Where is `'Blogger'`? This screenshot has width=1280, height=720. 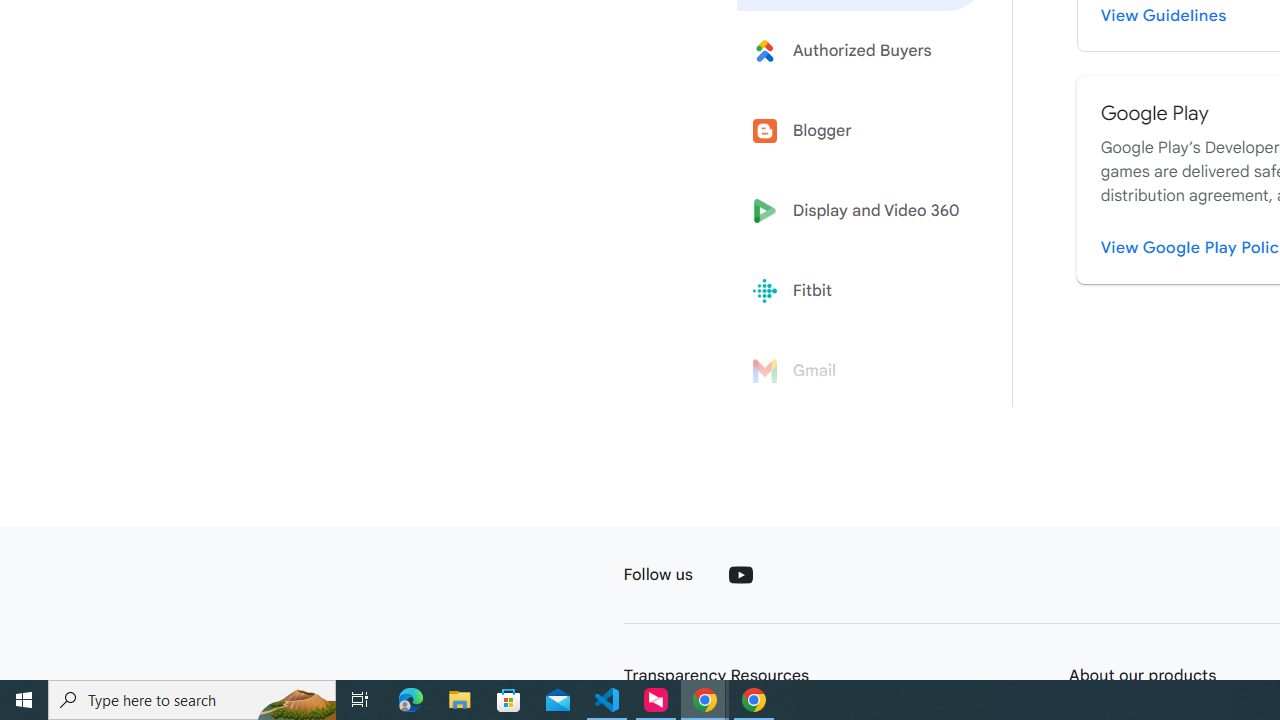
'Blogger' is located at coordinates (862, 131).